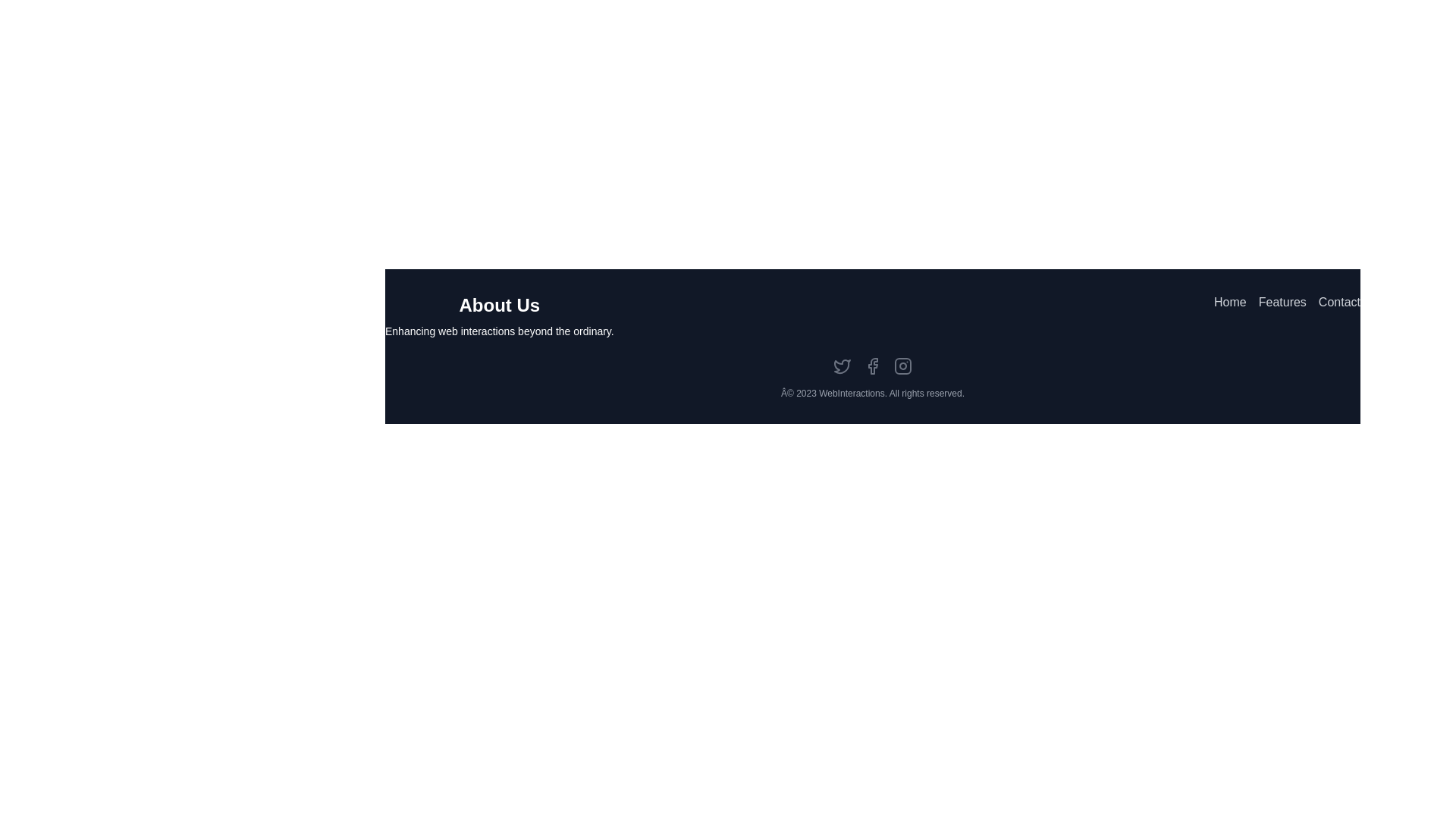  I want to click on the square-shaped dark icon with rounded corners located in the footer section of the interface, so click(902, 366).